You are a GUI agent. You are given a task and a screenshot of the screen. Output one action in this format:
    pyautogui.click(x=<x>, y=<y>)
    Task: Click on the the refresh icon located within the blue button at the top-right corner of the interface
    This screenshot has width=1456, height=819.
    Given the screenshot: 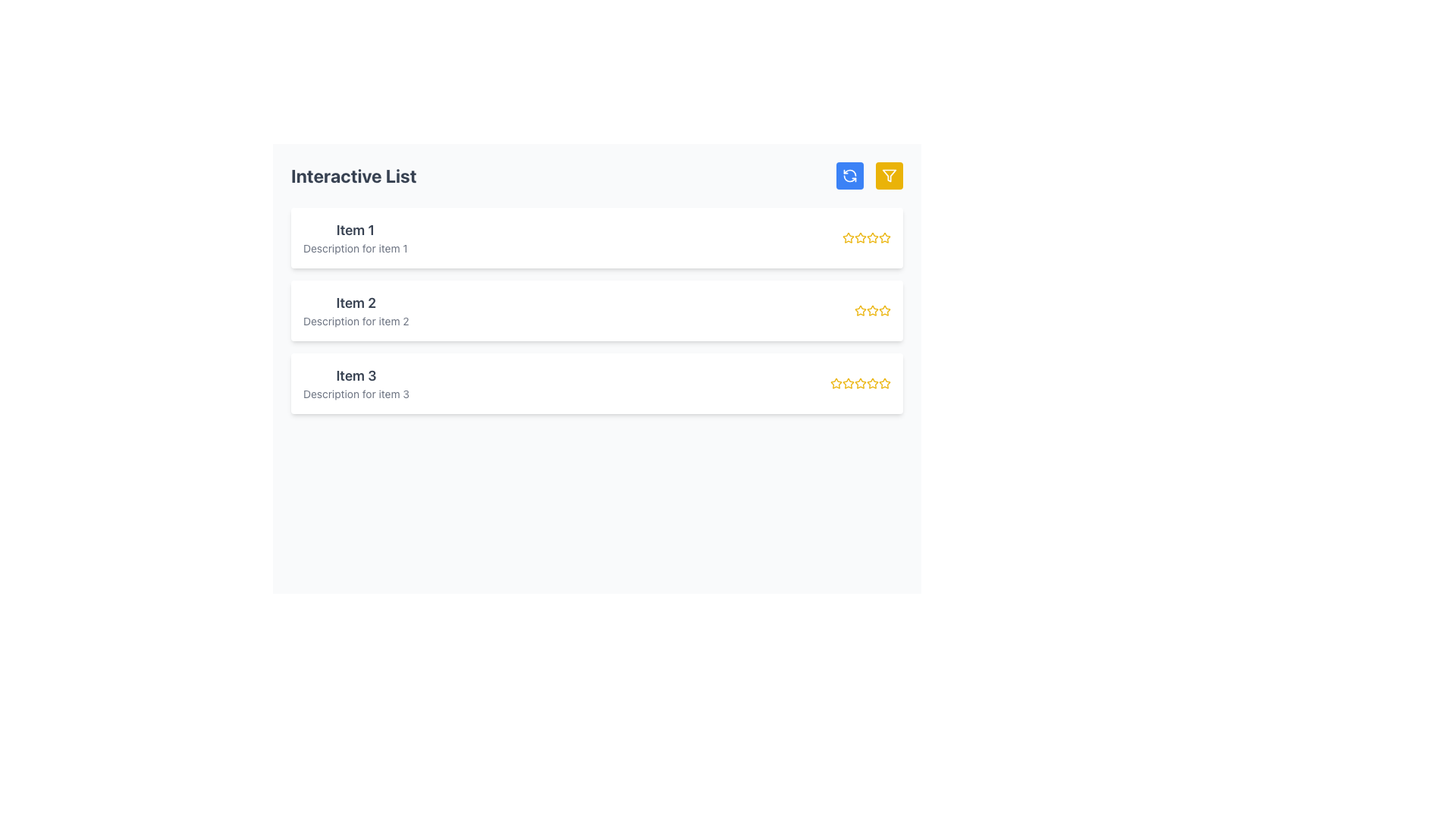 What is the action you would take?
    pyautogui.click(x=850, y=174)
    